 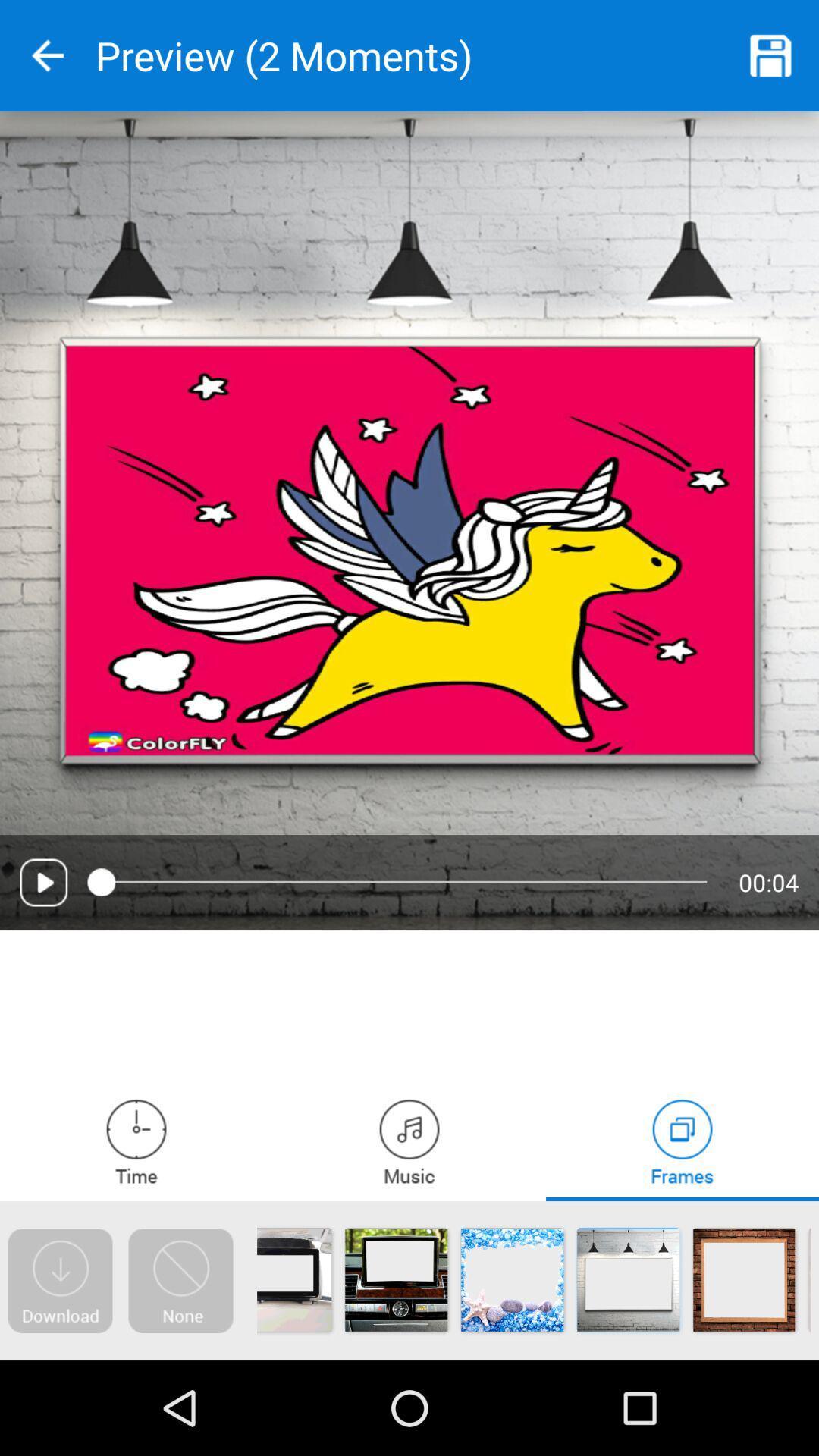 What do you see at coordinates (771, 55) in the screenshot?
I see `saves the moment` at bounding box center [771, 55].